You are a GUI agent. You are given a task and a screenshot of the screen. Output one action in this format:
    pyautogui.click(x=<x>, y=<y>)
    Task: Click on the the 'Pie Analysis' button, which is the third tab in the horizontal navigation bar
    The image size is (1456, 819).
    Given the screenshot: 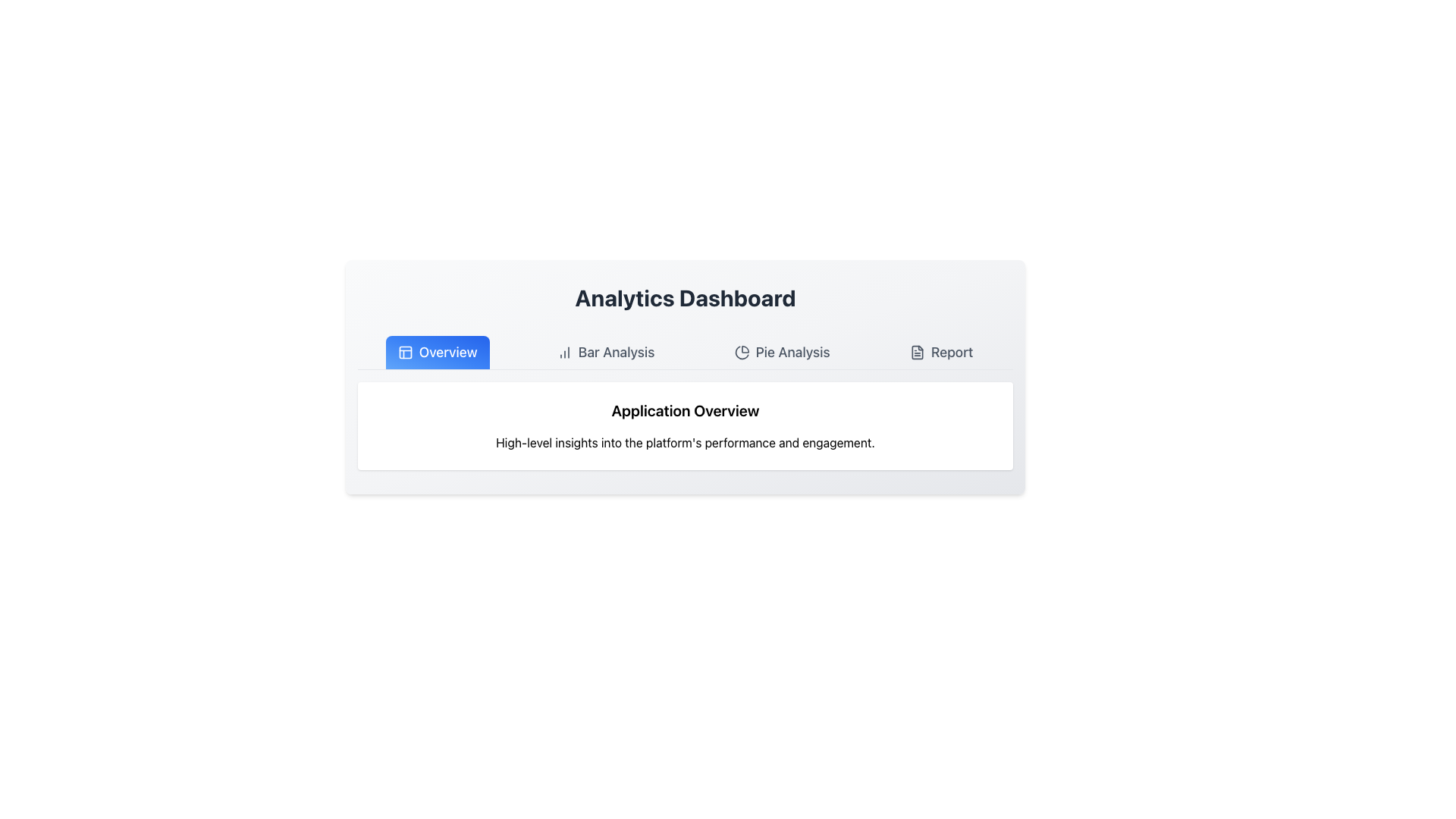 What is the action you would take?
    pyautogui.click(x=782, y=353)
    